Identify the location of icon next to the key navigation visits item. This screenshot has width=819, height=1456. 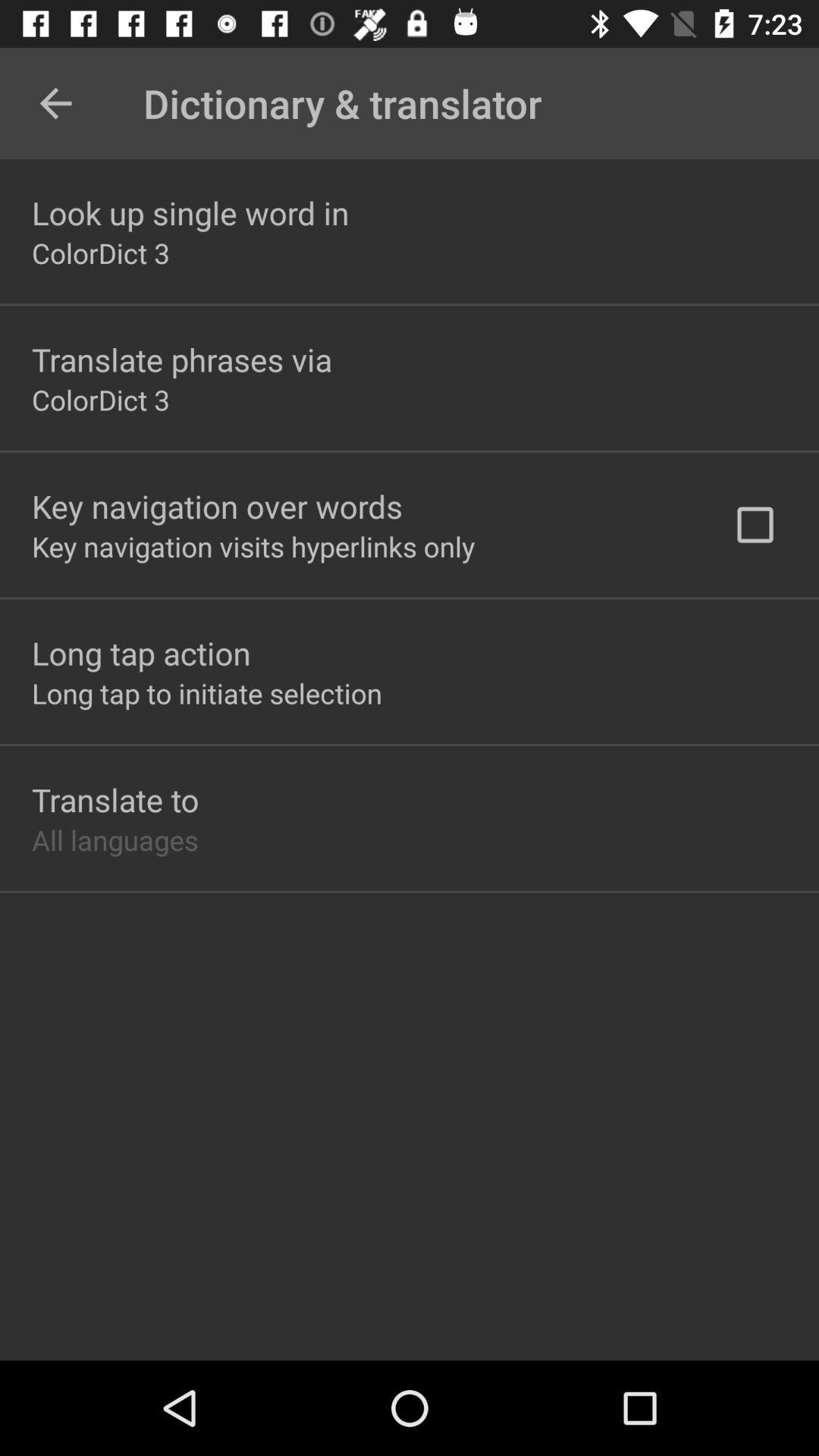
(755, 525).